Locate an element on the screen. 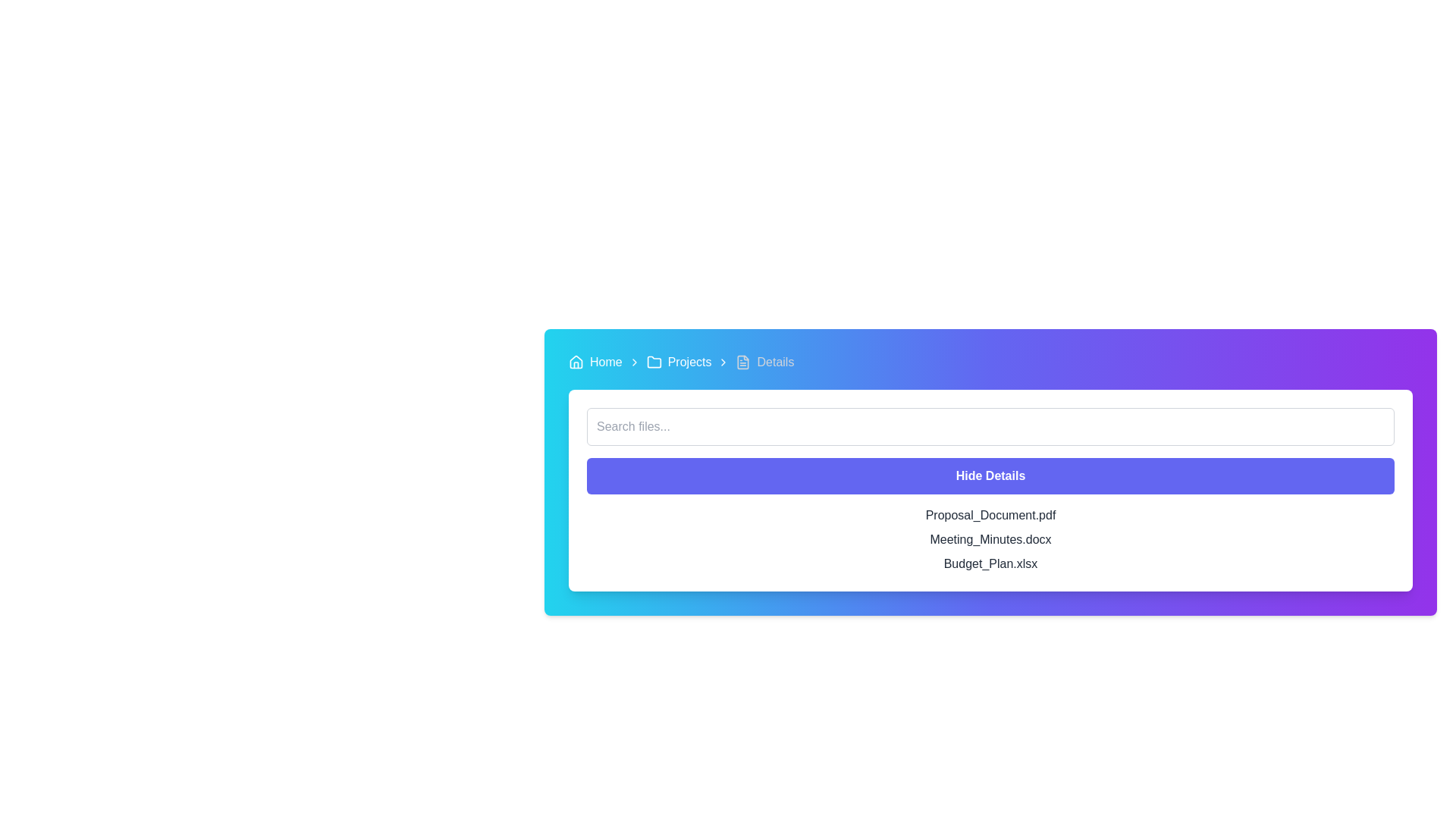 The width and height of the screenshot is (1456, 819). the home icon, which is a white house-shaped SVG icon located in the top navigation bar is located at coordinates (575, 362).